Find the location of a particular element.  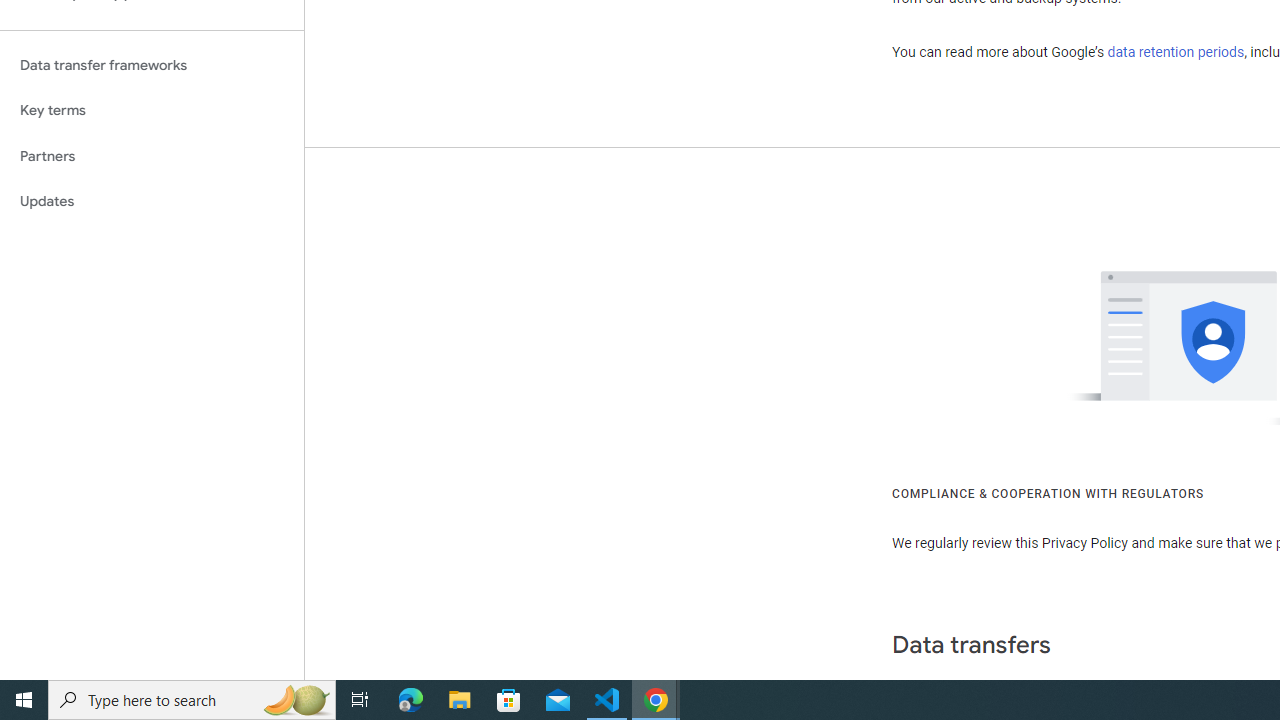

'data retention periods' is located at coordinates (1176, 51).